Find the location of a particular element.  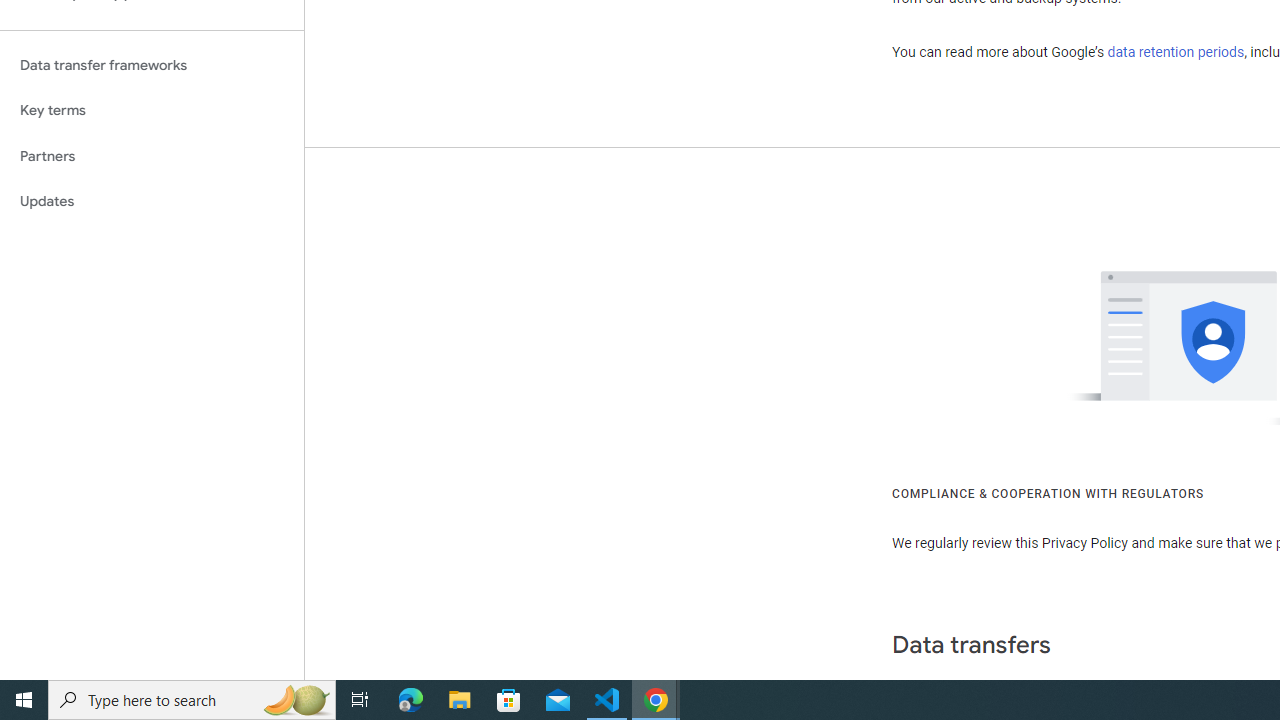

'data retention periods' is located at coordinates (1176, 51).